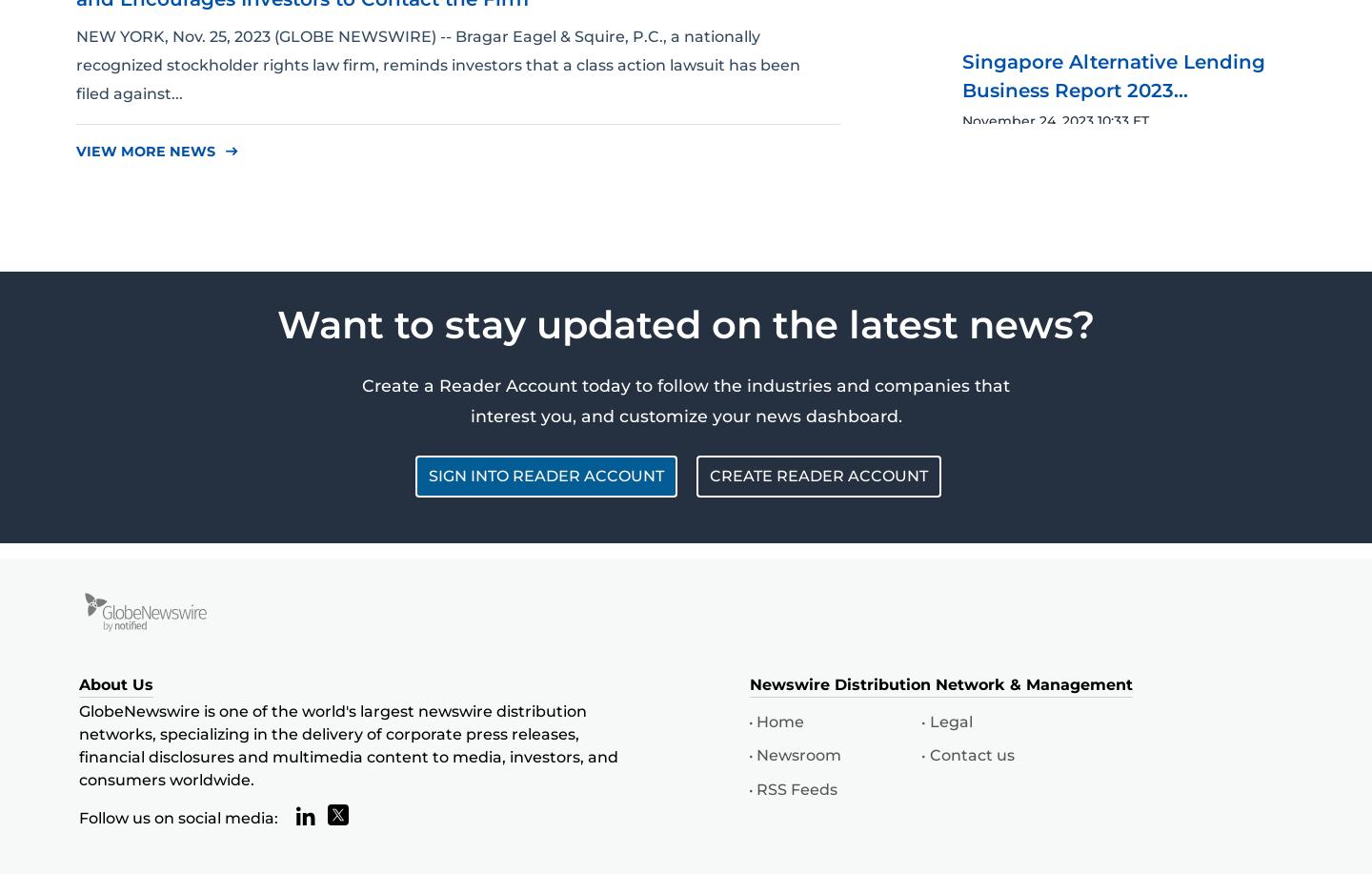 The height and width of the screenshot is (874, 1372). What do you see at coordinates (686, 399) in the screenshot?
I see `'Create a Reader Account today to follow the industries and companies that interest you, and customize your news dashboard.'` at bounding box center [686, 399].